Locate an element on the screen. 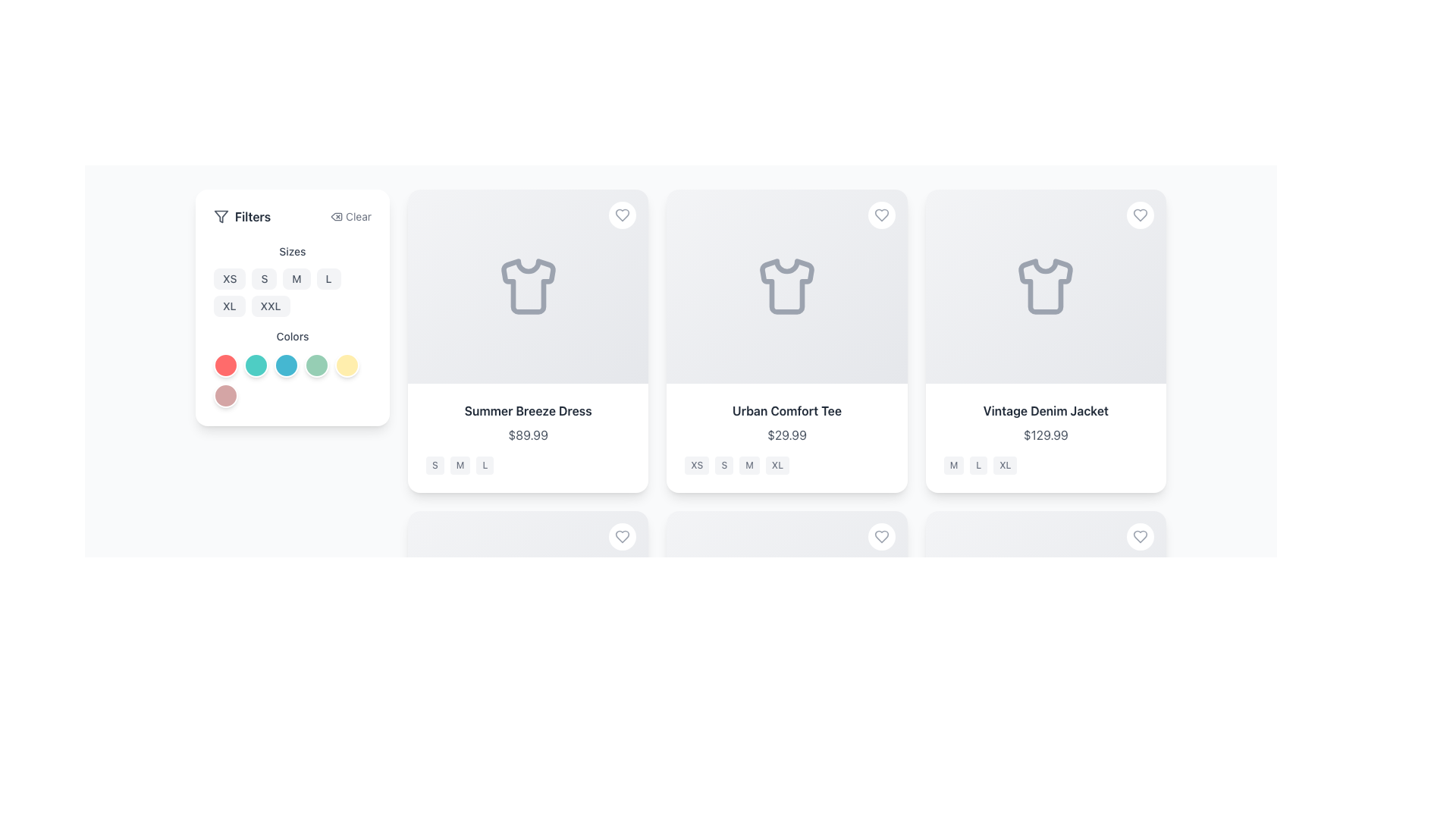  the second color selection button located under the 'Colors' label in the filter sidebar is located at coordinates (256, 366).